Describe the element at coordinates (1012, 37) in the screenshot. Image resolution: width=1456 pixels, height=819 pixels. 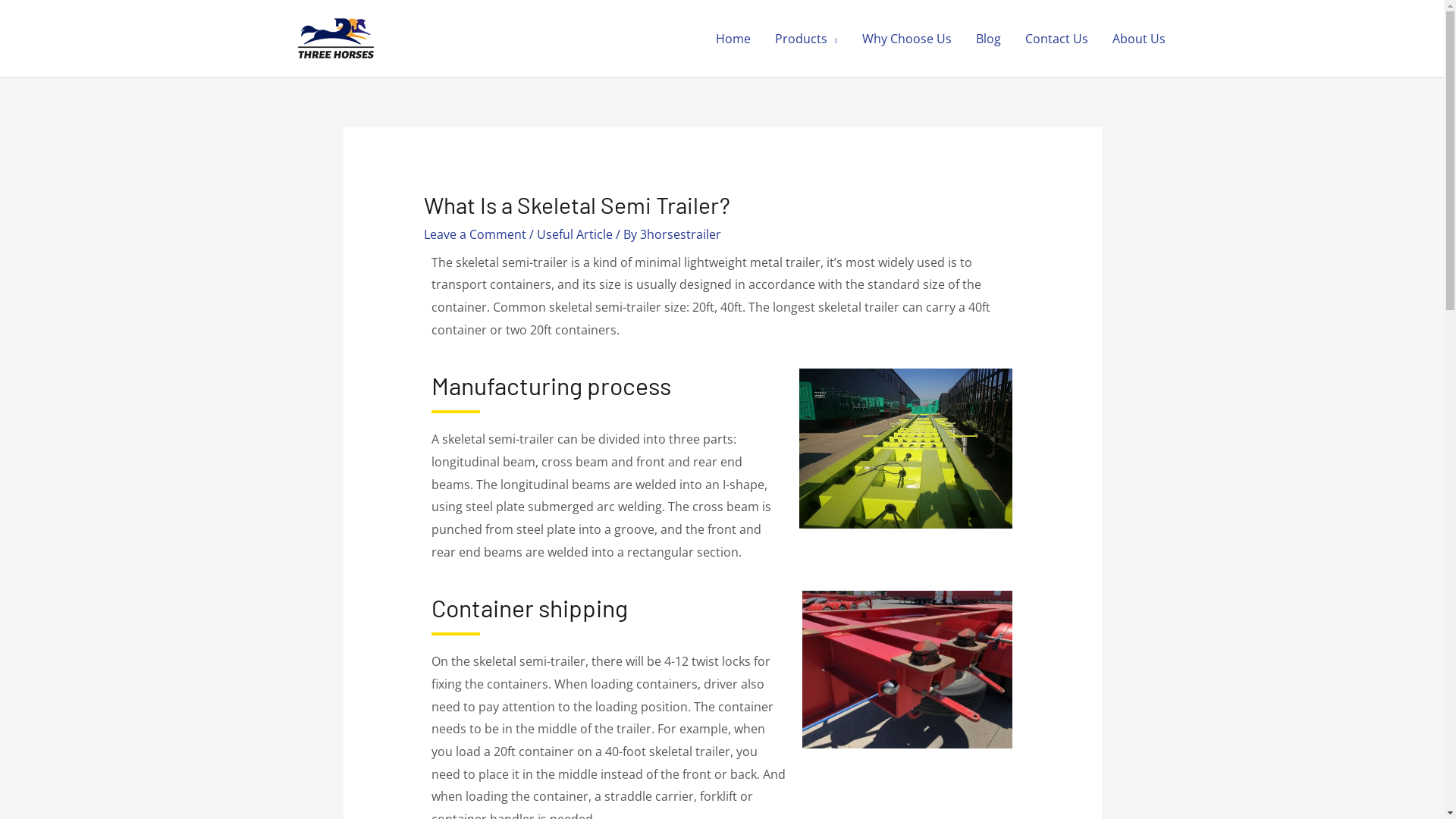
I see `'Contact Us'` at that location.